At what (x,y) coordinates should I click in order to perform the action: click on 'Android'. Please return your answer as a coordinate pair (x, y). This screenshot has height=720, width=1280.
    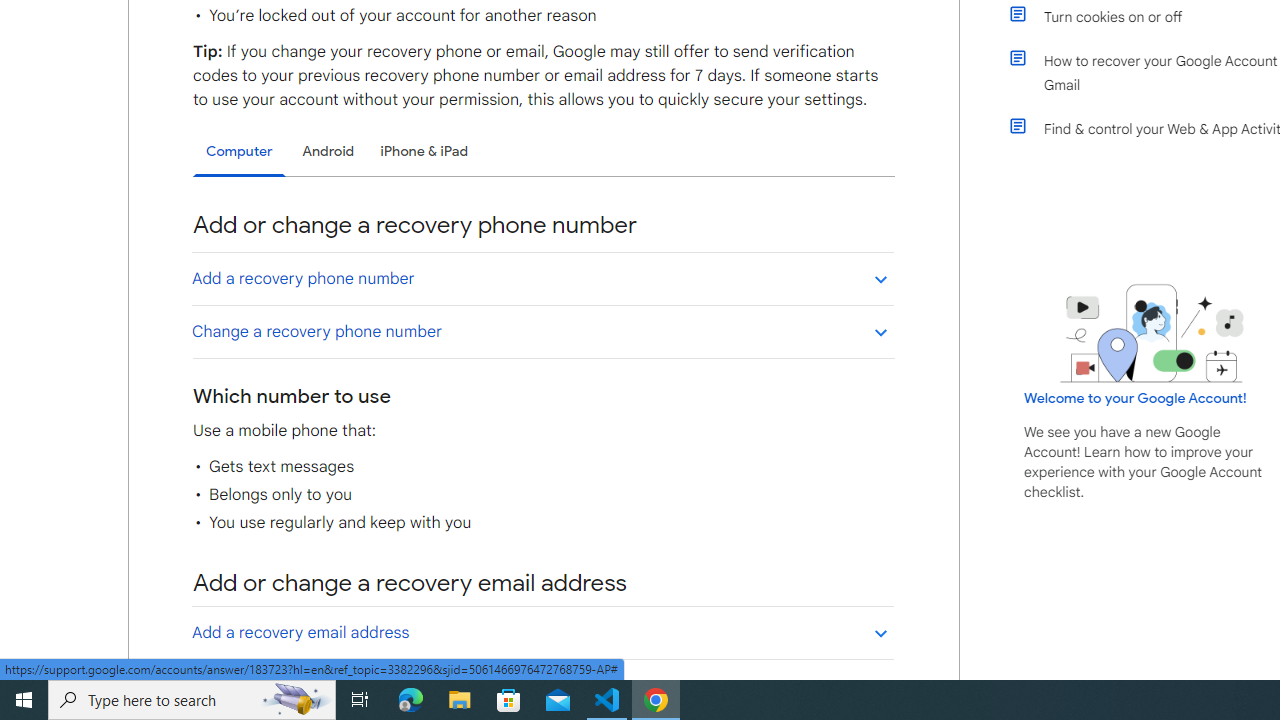
    Looking at the image, I should click on (328, 150).